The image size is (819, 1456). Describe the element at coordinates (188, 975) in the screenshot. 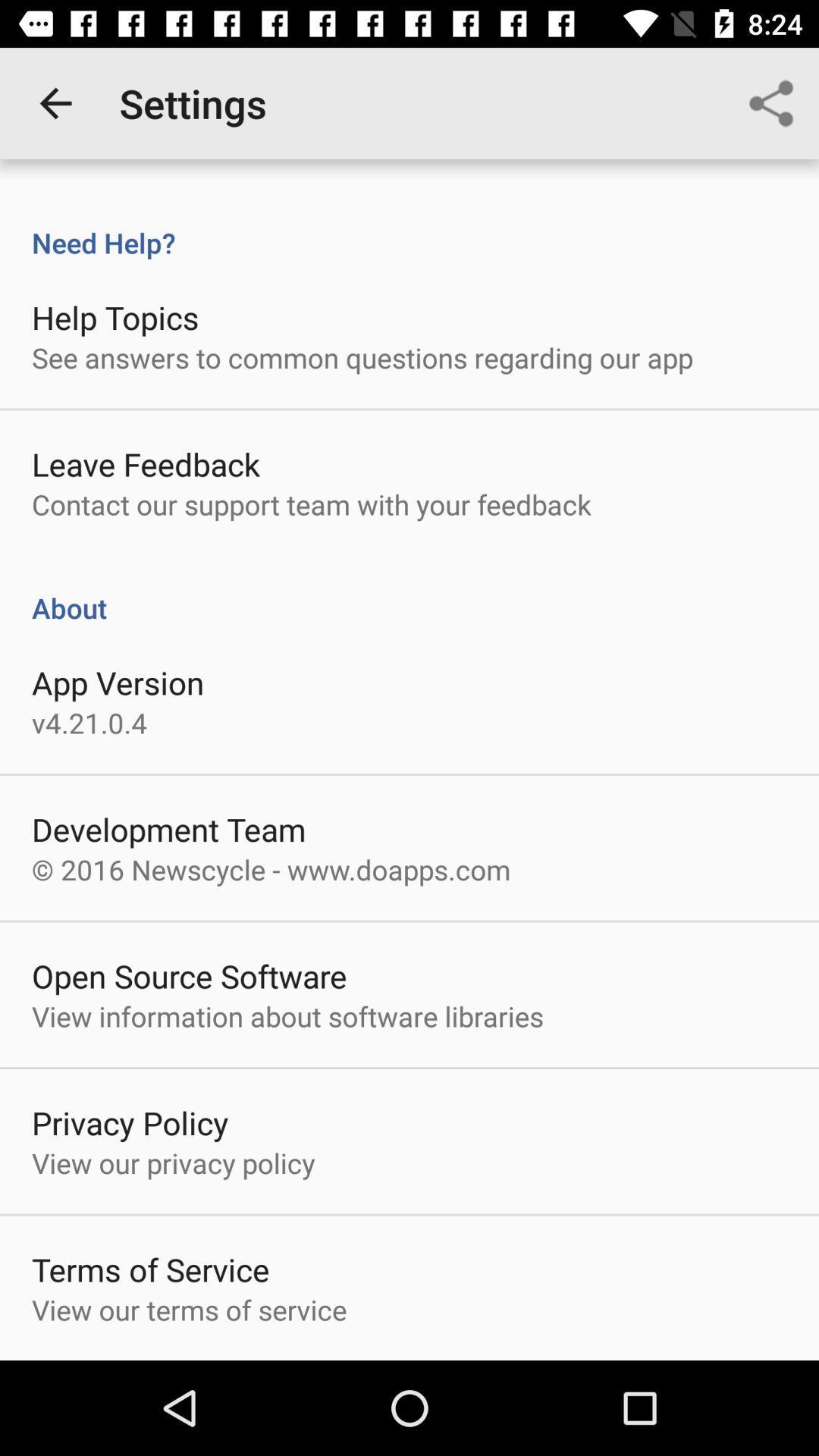

I see `the item above the view information about icon` at that location.